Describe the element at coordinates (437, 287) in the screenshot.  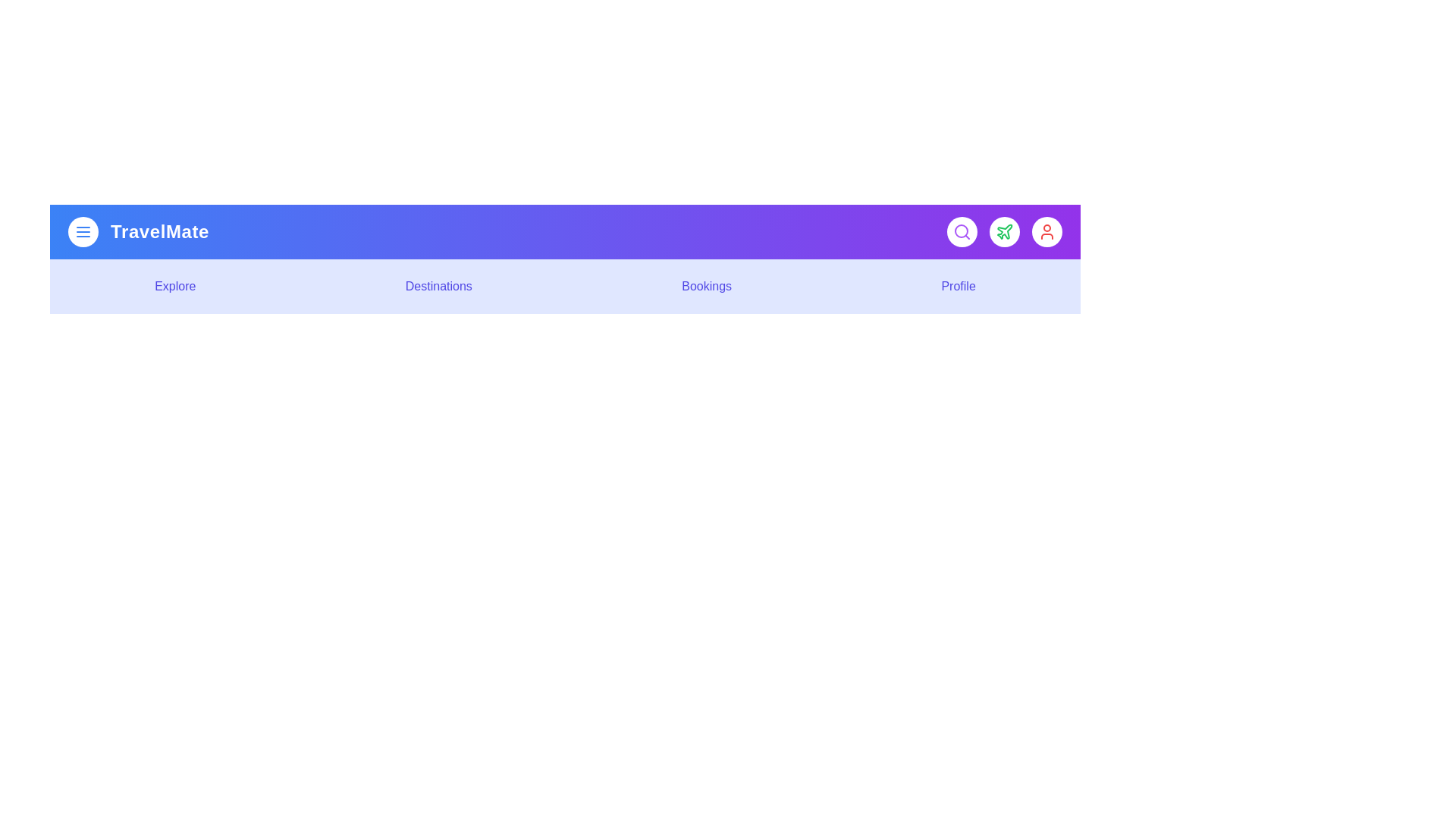
I see `the menu item Destinations to navigate to the corresponding section` at that location.